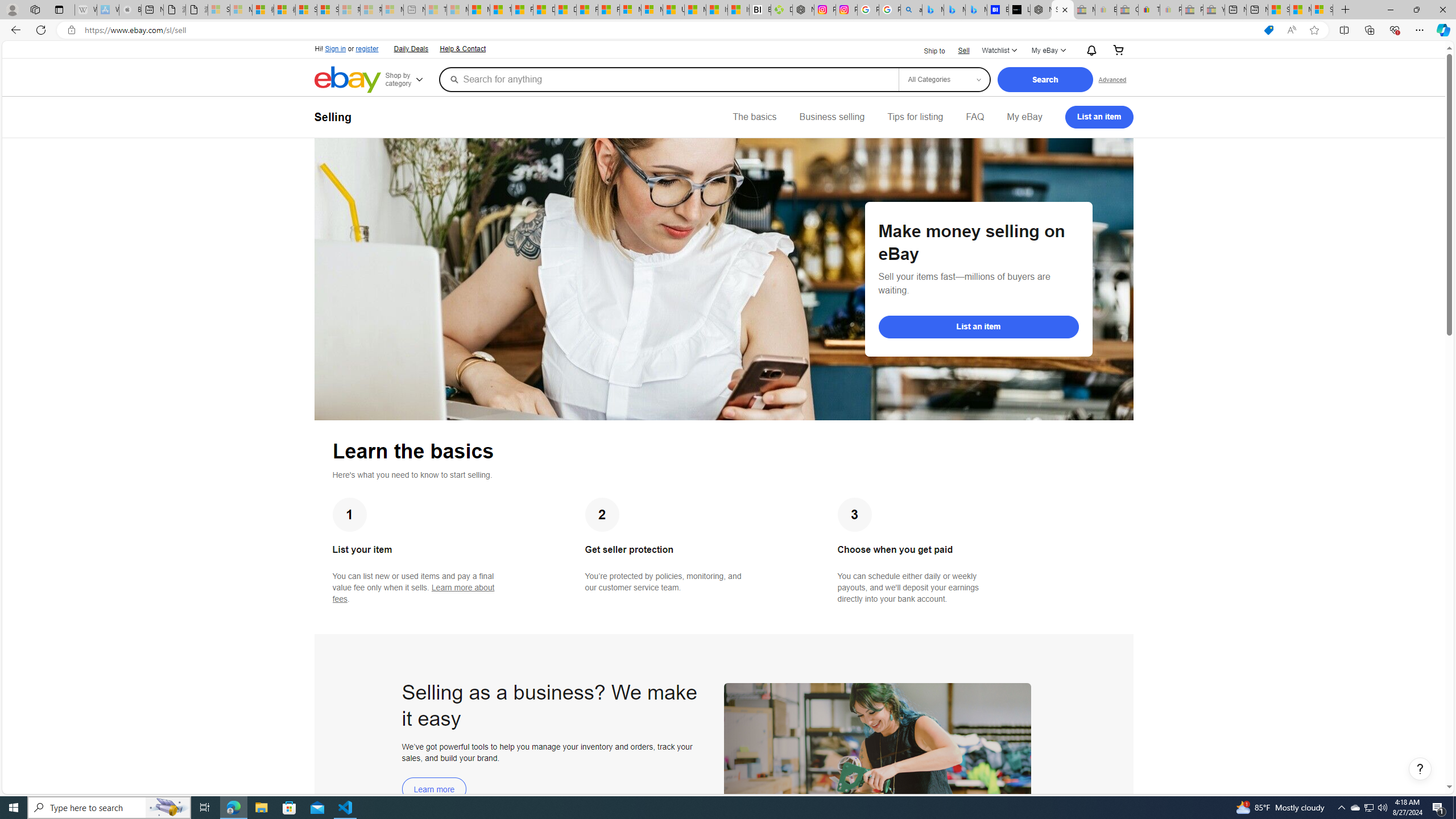  Describe the element at coordinates (522, 9) in the screenshot. I see `'Food and Drink - MSN'` at that location.